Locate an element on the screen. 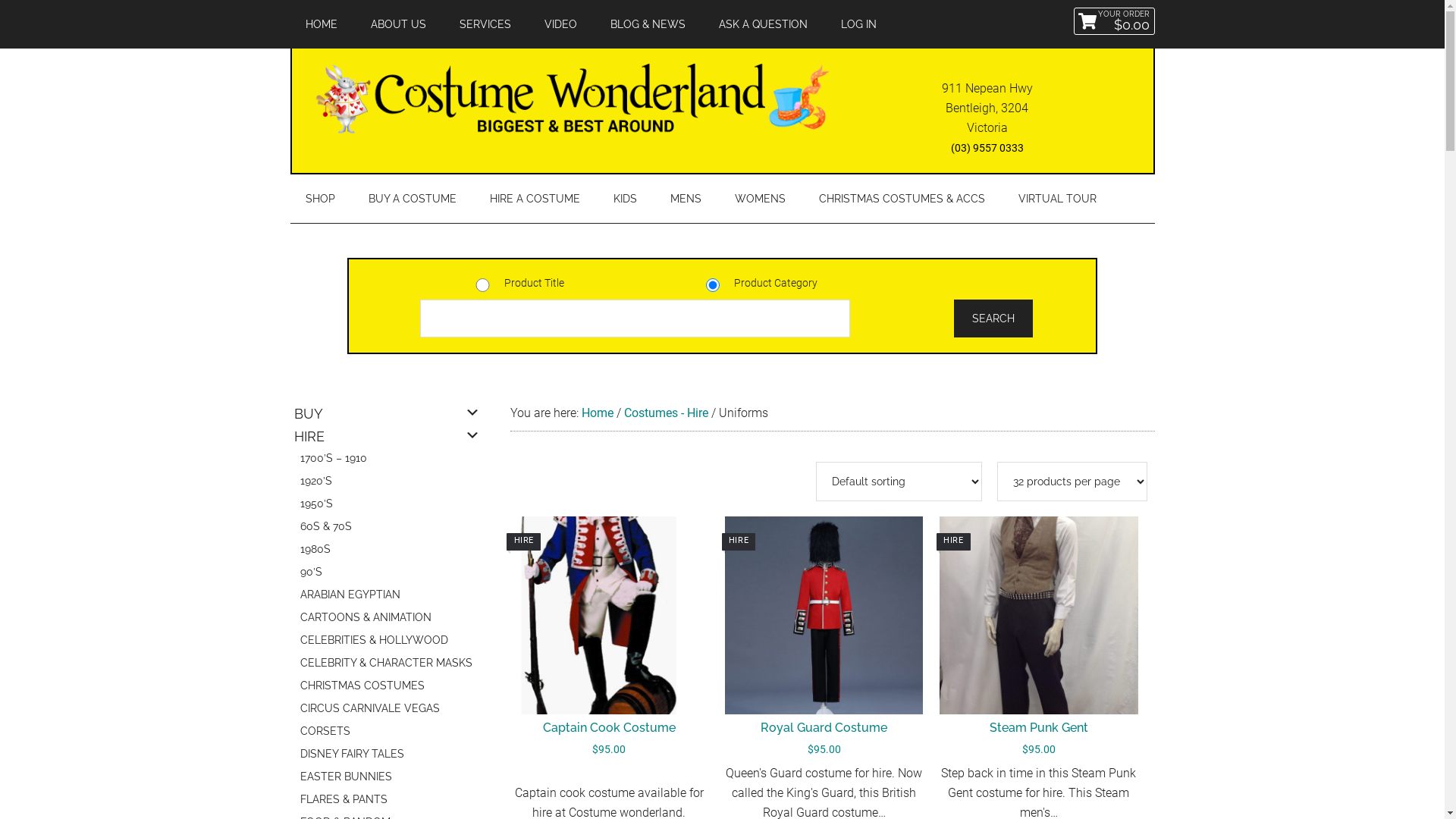  'Skip to main content' is located at coordinates (0, 0).